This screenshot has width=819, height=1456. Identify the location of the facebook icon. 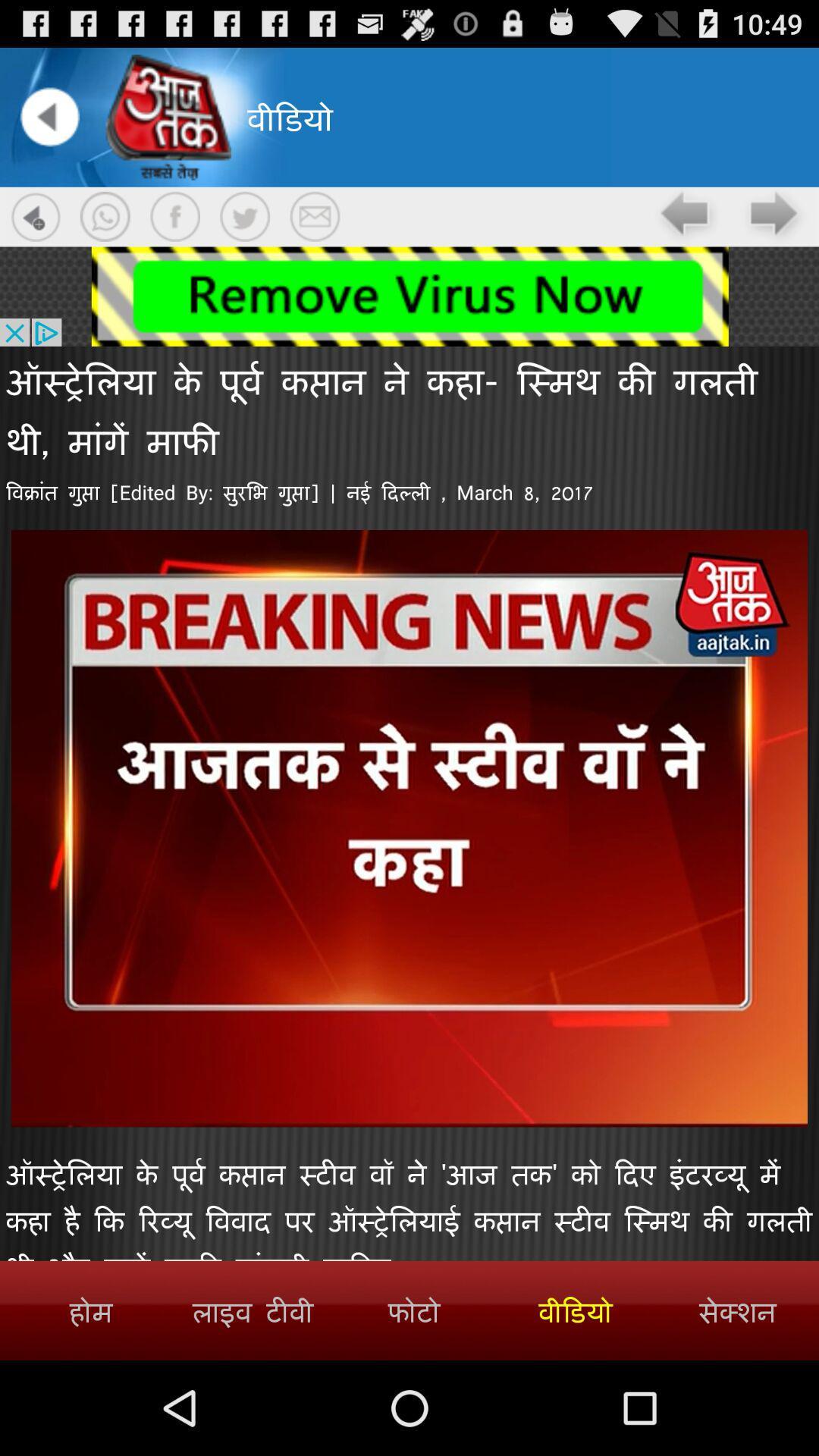
(174, 231).